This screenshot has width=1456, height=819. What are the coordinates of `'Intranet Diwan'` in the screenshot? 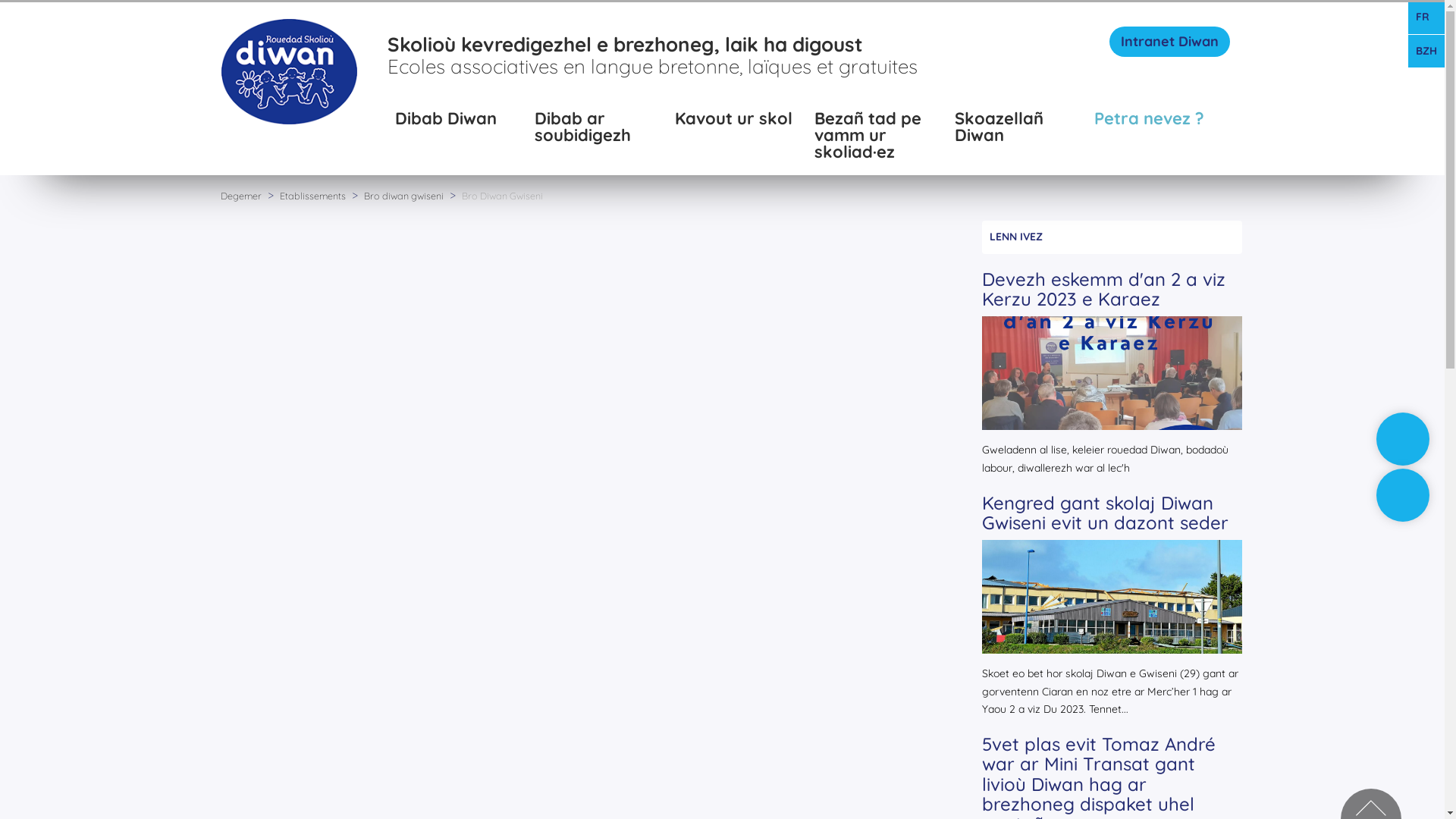 It's located at (1169, 40).